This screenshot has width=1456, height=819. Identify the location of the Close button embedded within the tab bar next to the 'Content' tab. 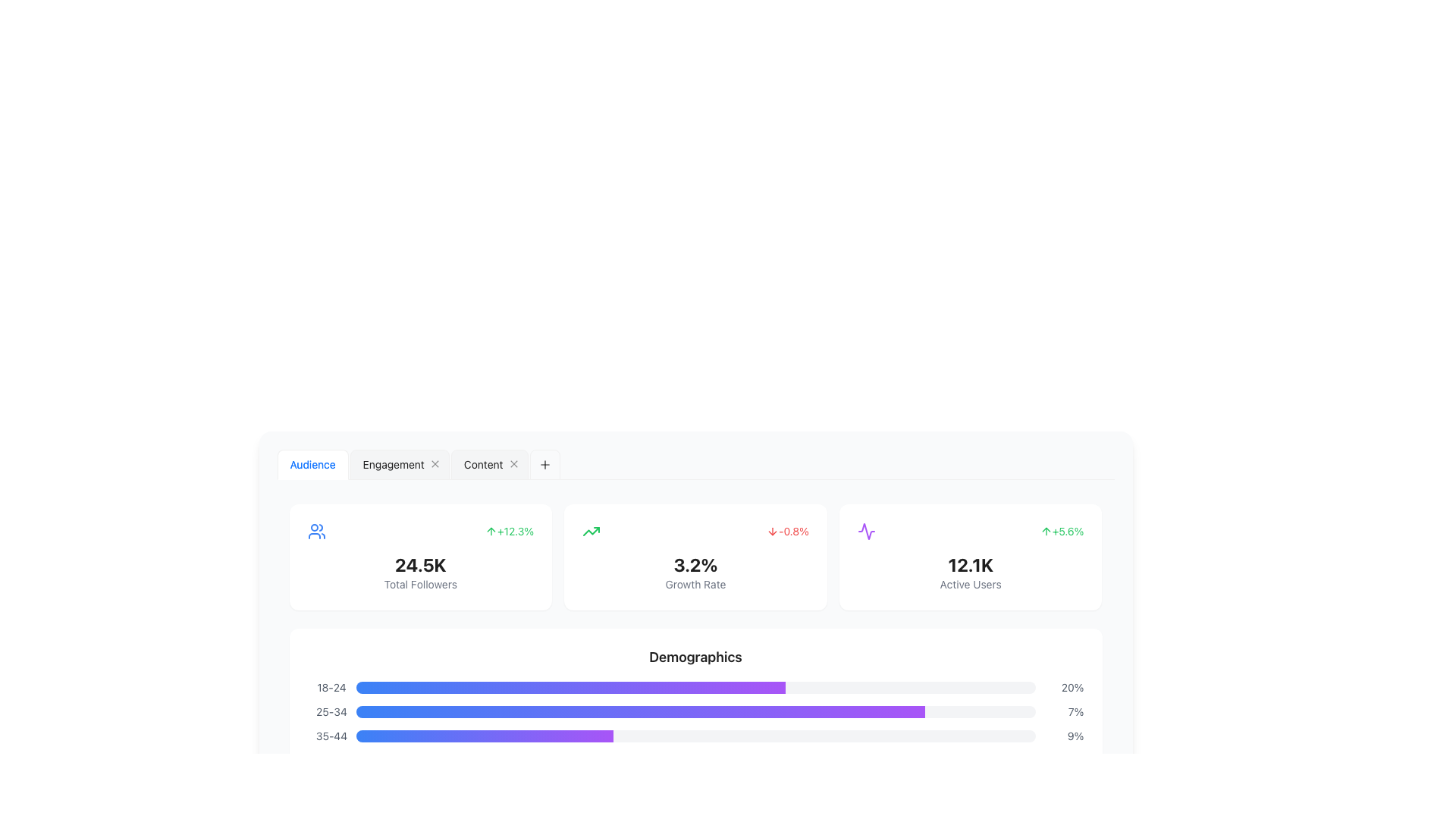
(513, 463).